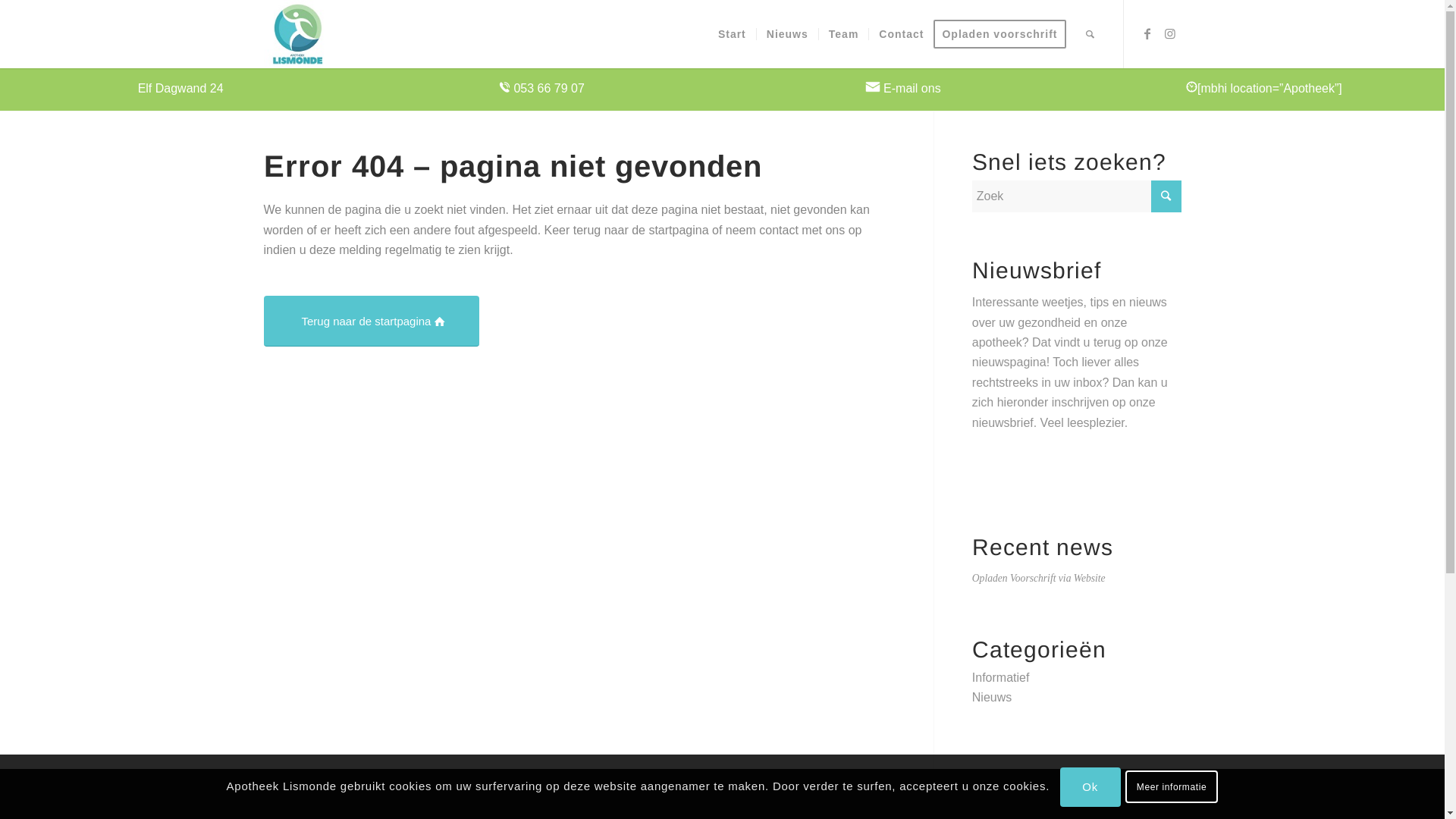 The width and height of the screenshot is (1456, 819). I want to click on 'Nieuws', so click(992, 697).